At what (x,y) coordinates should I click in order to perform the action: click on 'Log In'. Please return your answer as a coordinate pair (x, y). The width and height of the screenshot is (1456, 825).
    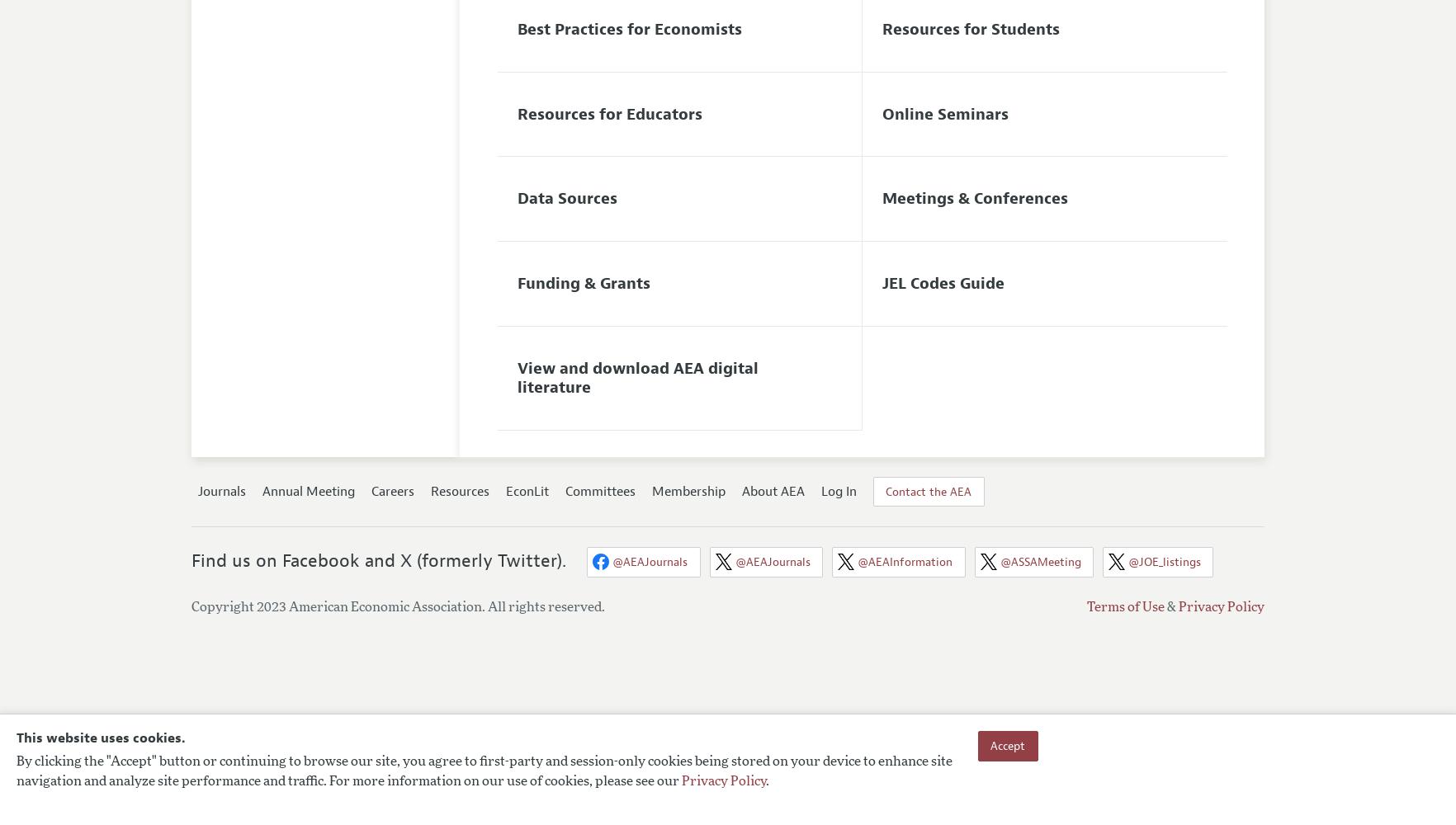
    Looking at the image, I should click on (839, 490).